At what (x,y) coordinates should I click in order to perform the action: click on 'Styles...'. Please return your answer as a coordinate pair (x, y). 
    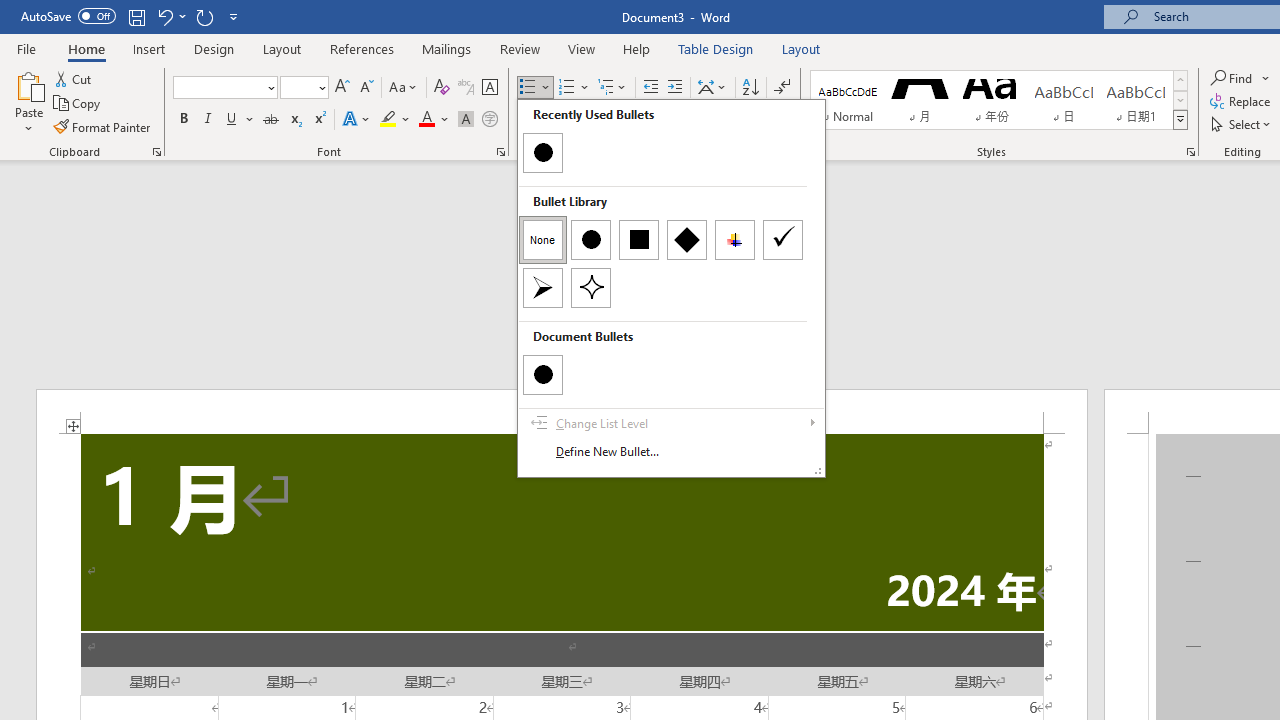
    Looking at the image, I should click on (1191, 150).